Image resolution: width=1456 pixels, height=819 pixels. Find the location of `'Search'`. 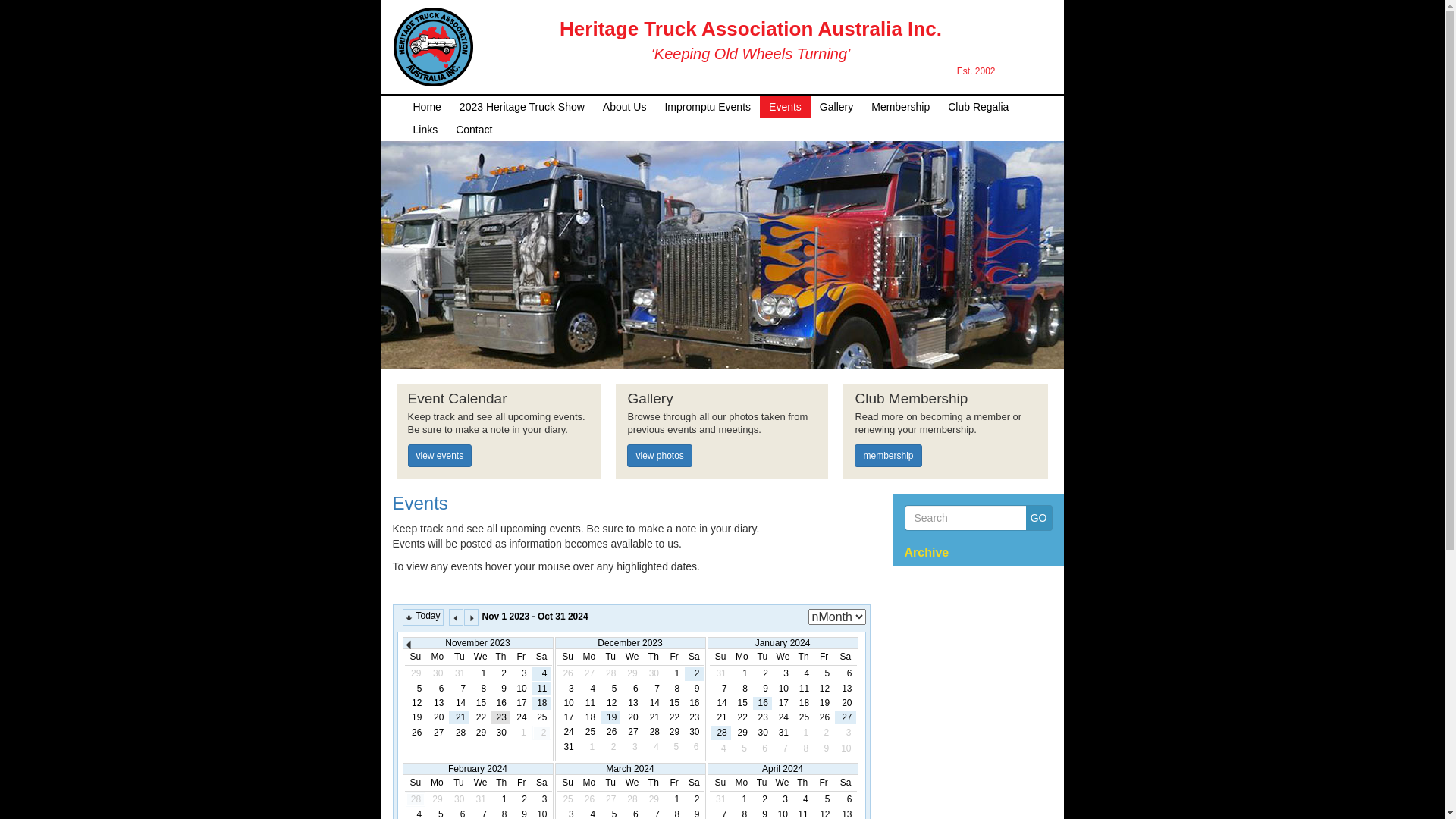

'Search' is located at coordinates (903, 516).